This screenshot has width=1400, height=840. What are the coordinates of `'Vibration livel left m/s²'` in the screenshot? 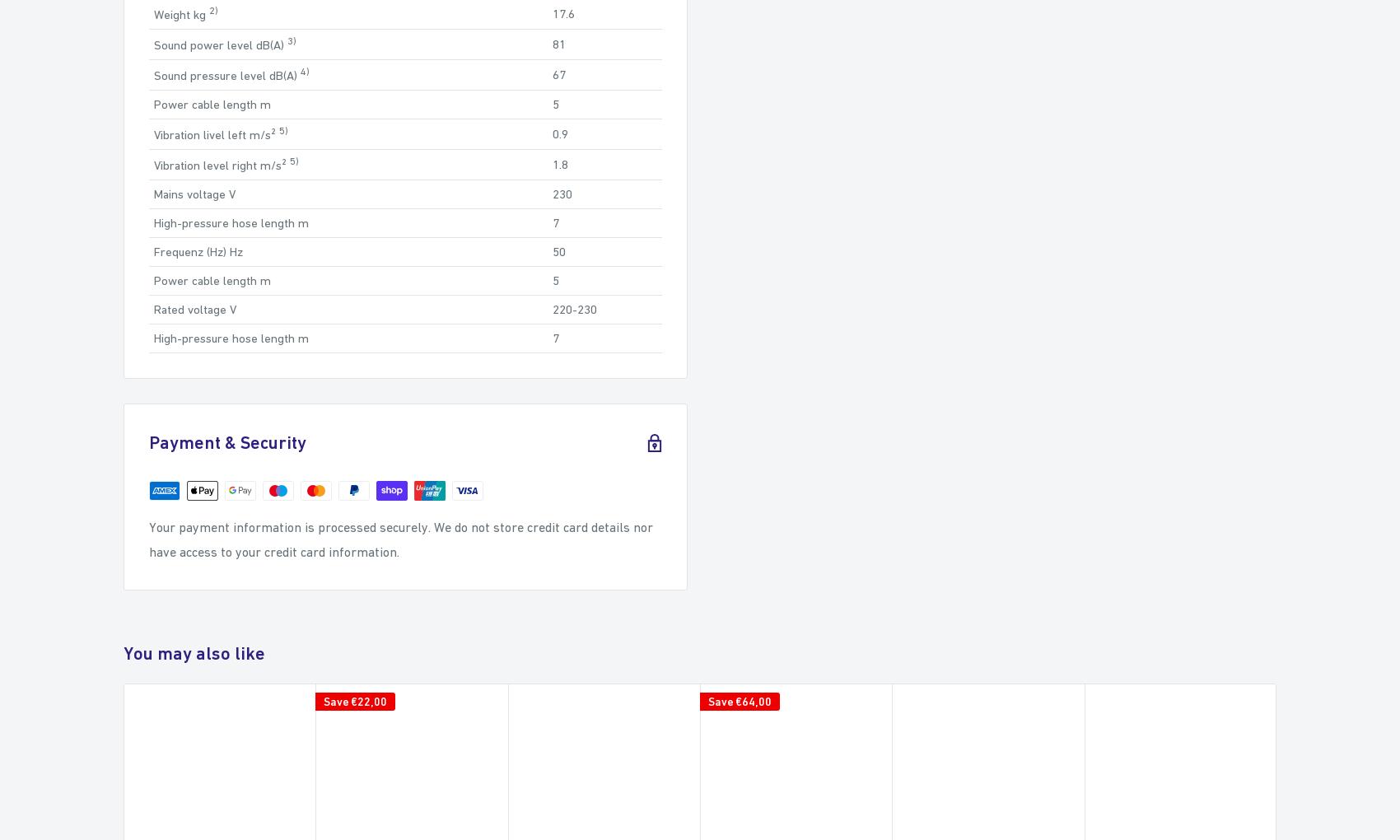 It's located at (216, 133).